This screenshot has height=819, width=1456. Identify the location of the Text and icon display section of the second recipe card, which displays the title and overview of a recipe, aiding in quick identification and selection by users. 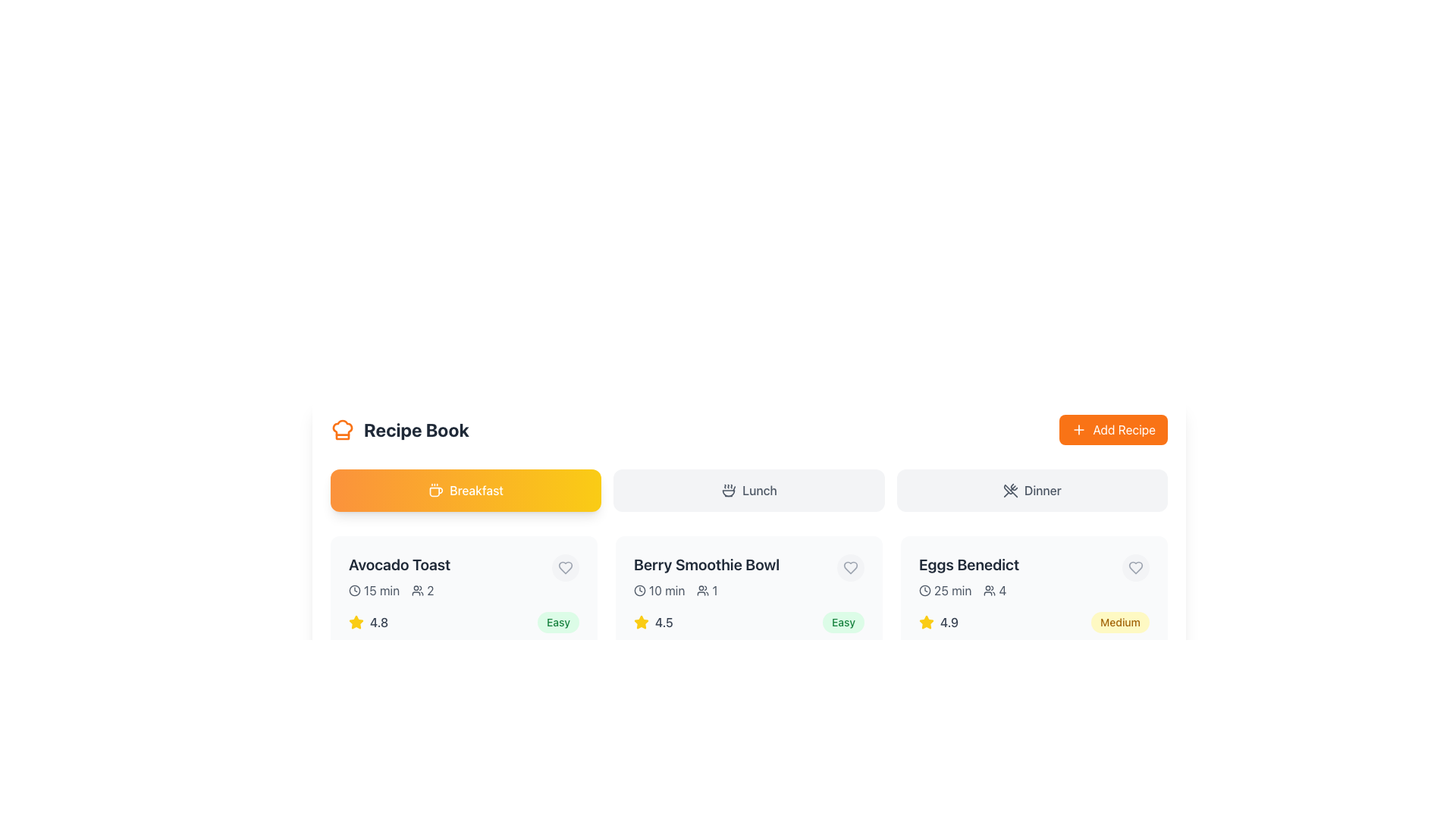
(749, 576).